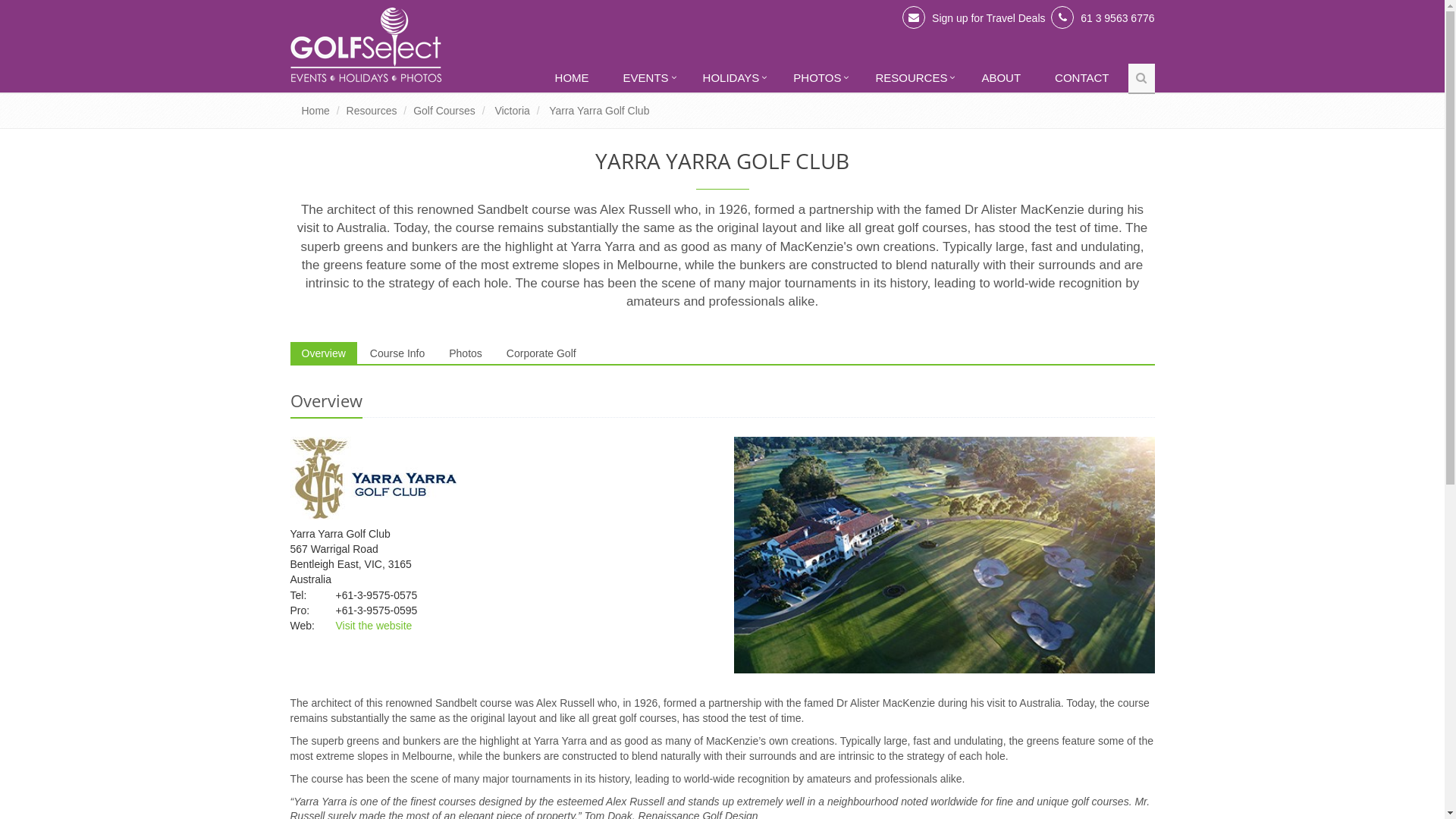 The height and width of the screenshot is (819, 1456). What do you see at coordinates (373, 626) in the screenshot?
I see `'Visit the website'` at bounding box center [373, 626].